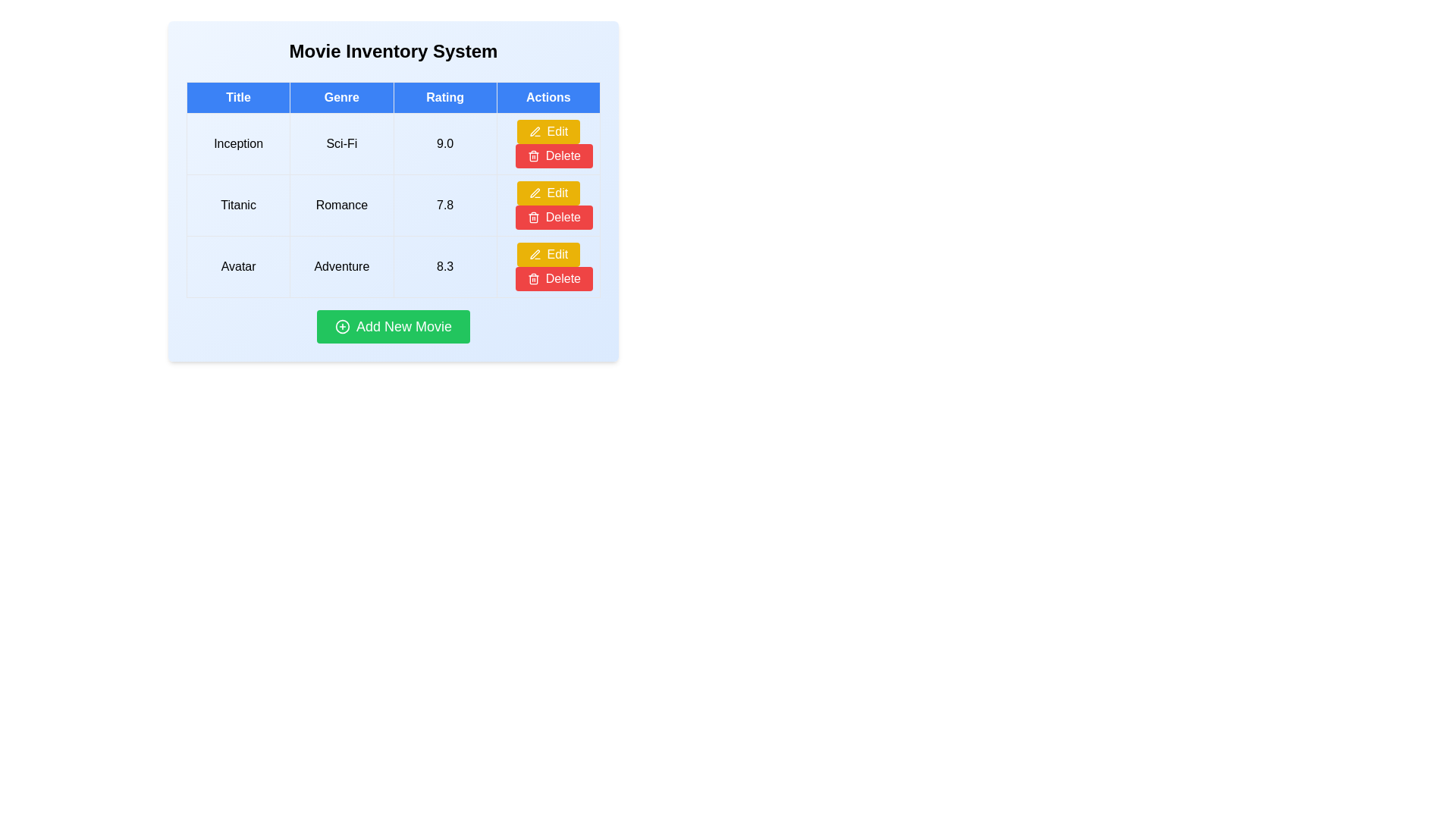  What do you see at coordinates (444, 205) in the screenshot?
I see `the Static text displaying the rating of the movie 'Titanic' located in the 'Rating' column` at bounding box center [444, 205].